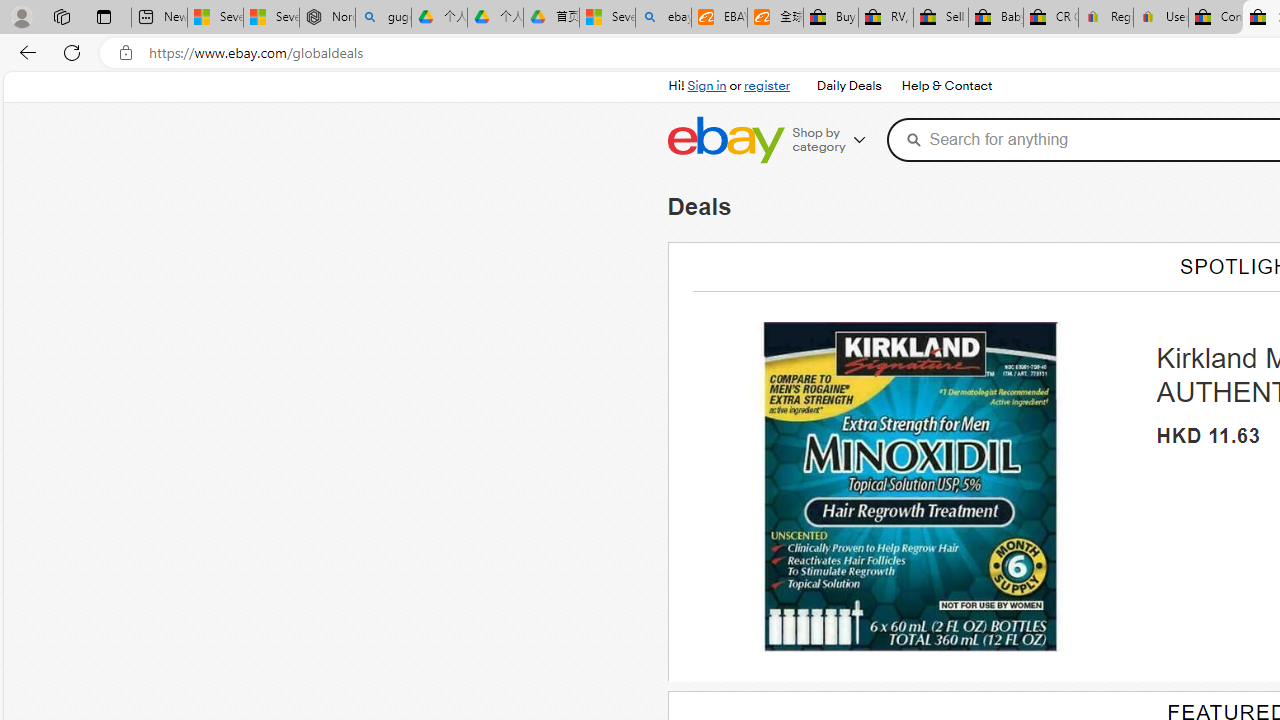 This screenshot has height=720, width=1280. I want to click on 'eBay Home', so click(724, 139).